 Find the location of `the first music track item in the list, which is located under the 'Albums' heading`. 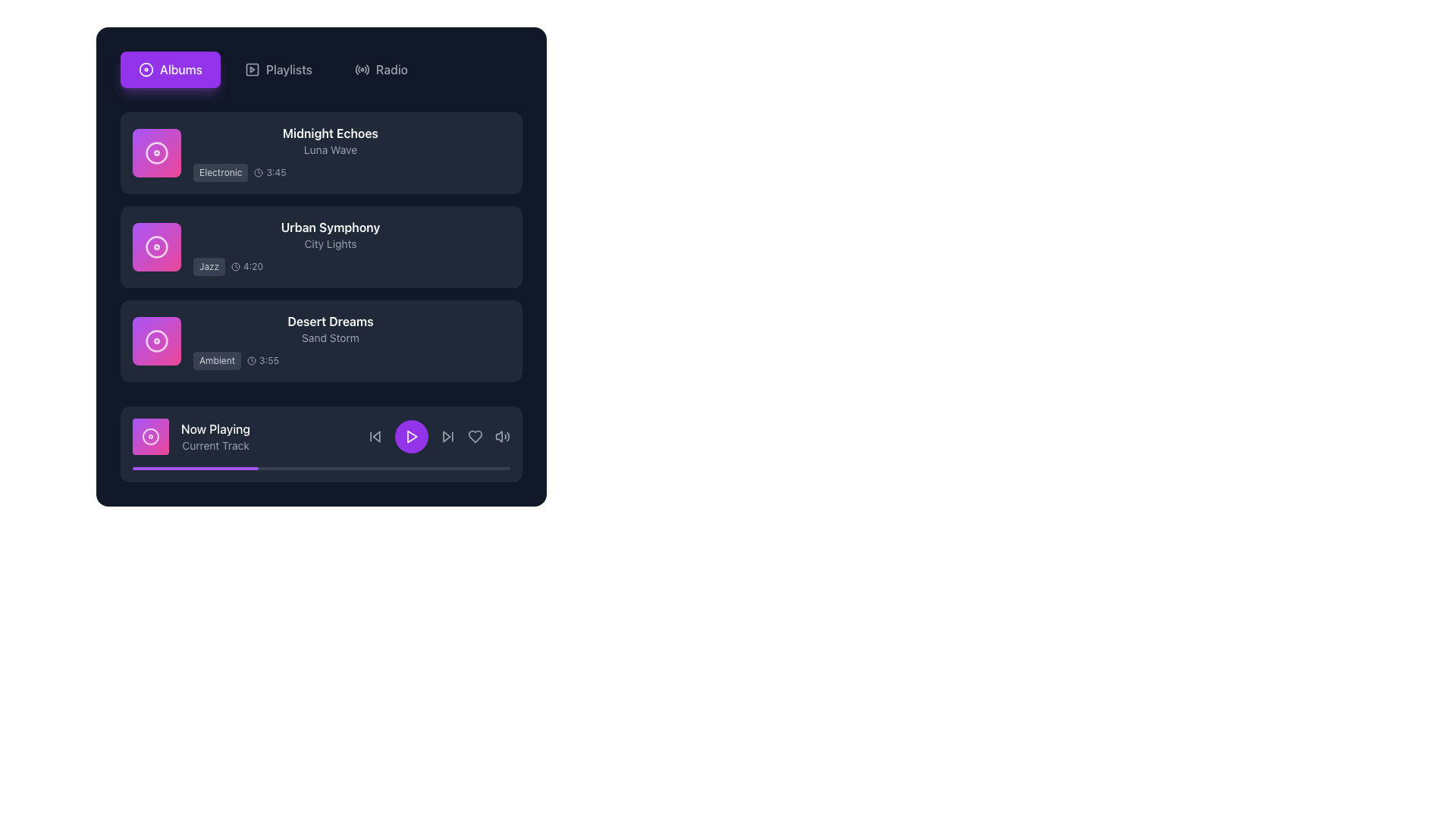

the first music track item in the list, which is located under the 'Albums' heading is located at coordinates (320, 152).